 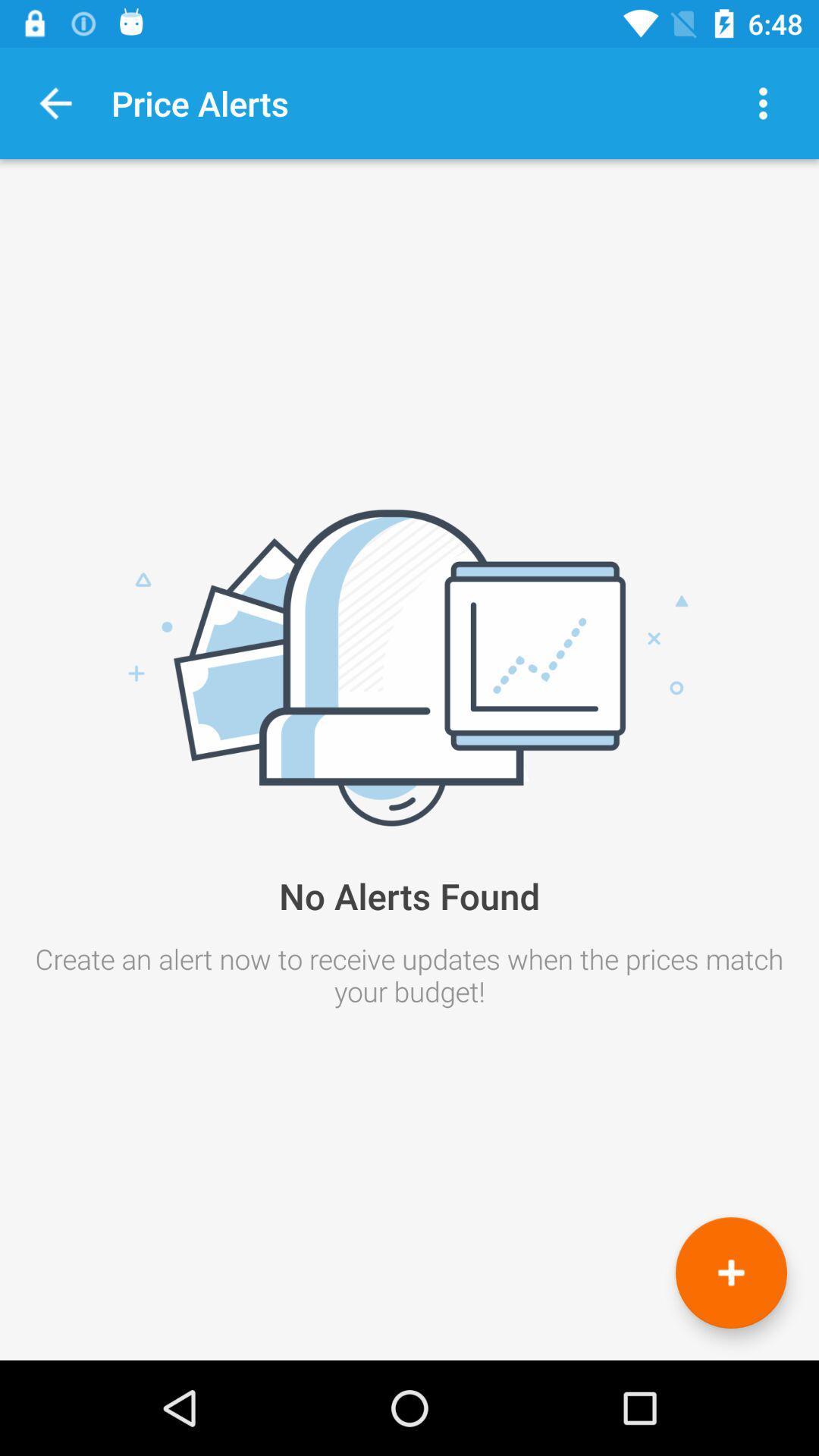 What do you see at coordinates (730, 1272) in the screenshot?
I see `item at the bottom right corner` at bounding box center [730, 1272].